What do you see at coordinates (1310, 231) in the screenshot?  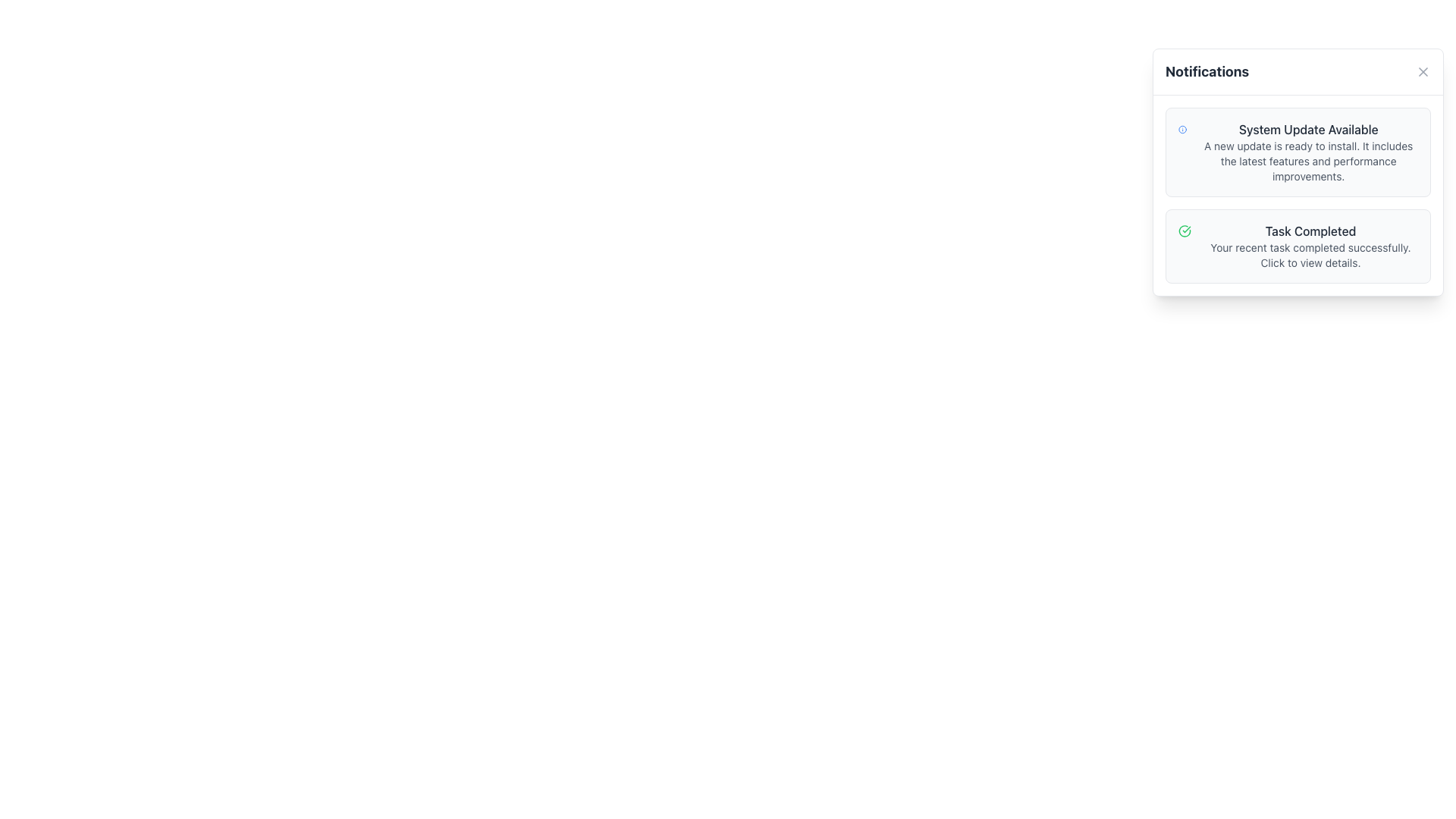 I see `the title text label of the notification indicating successful completion of a task, which is located in the second notification entry above the text 'Your recent task completed successfully.' and aligned with a green checkmark icon` at bounding box center [1310, 231].